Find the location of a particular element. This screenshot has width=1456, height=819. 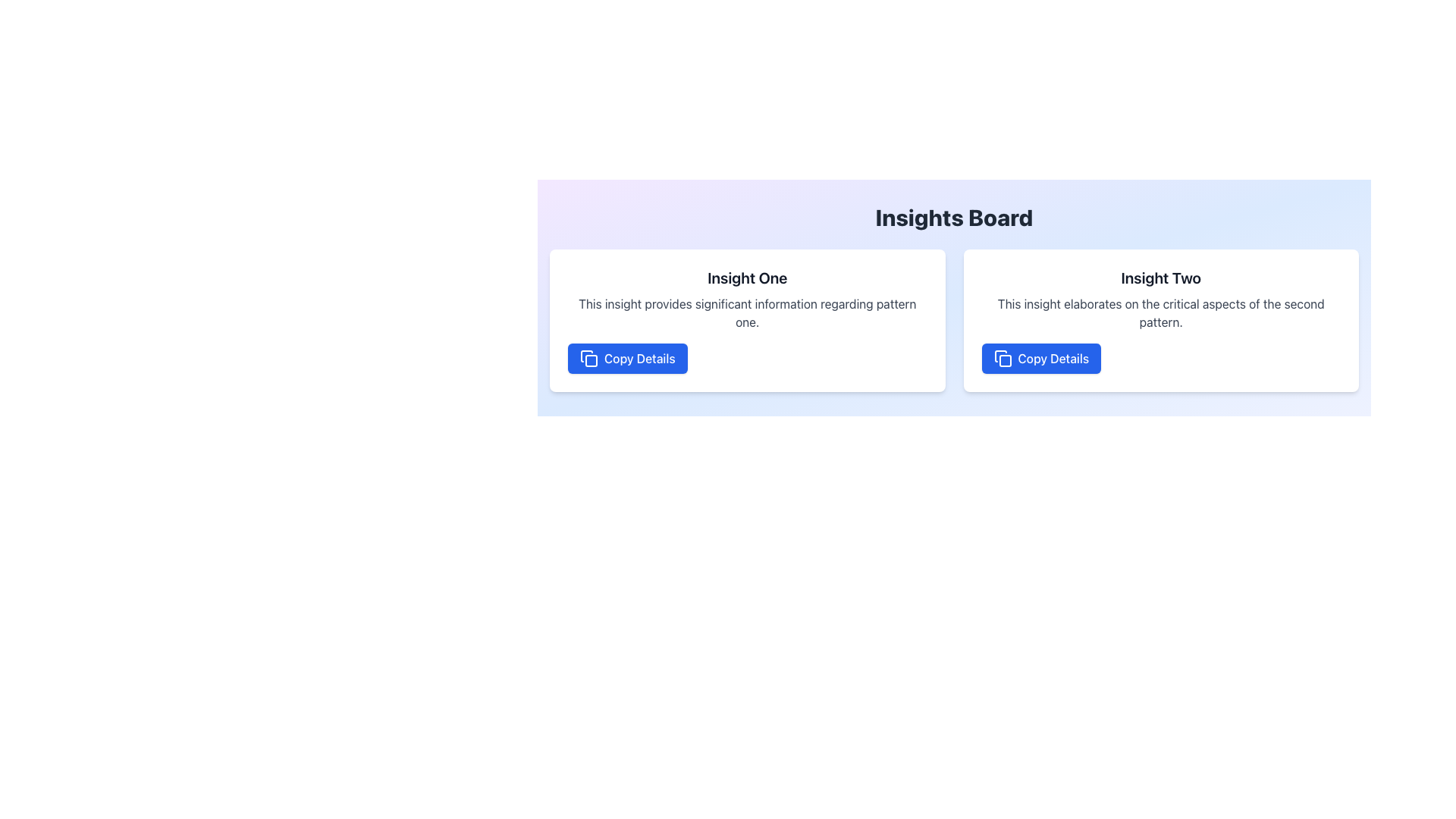

the static text label stating 'This insight provides significant information regarding pattern one.' which is located below the heading 'Insight One' and above the blue button labeled 'Copy Details' is located at coordinates (747, 312).